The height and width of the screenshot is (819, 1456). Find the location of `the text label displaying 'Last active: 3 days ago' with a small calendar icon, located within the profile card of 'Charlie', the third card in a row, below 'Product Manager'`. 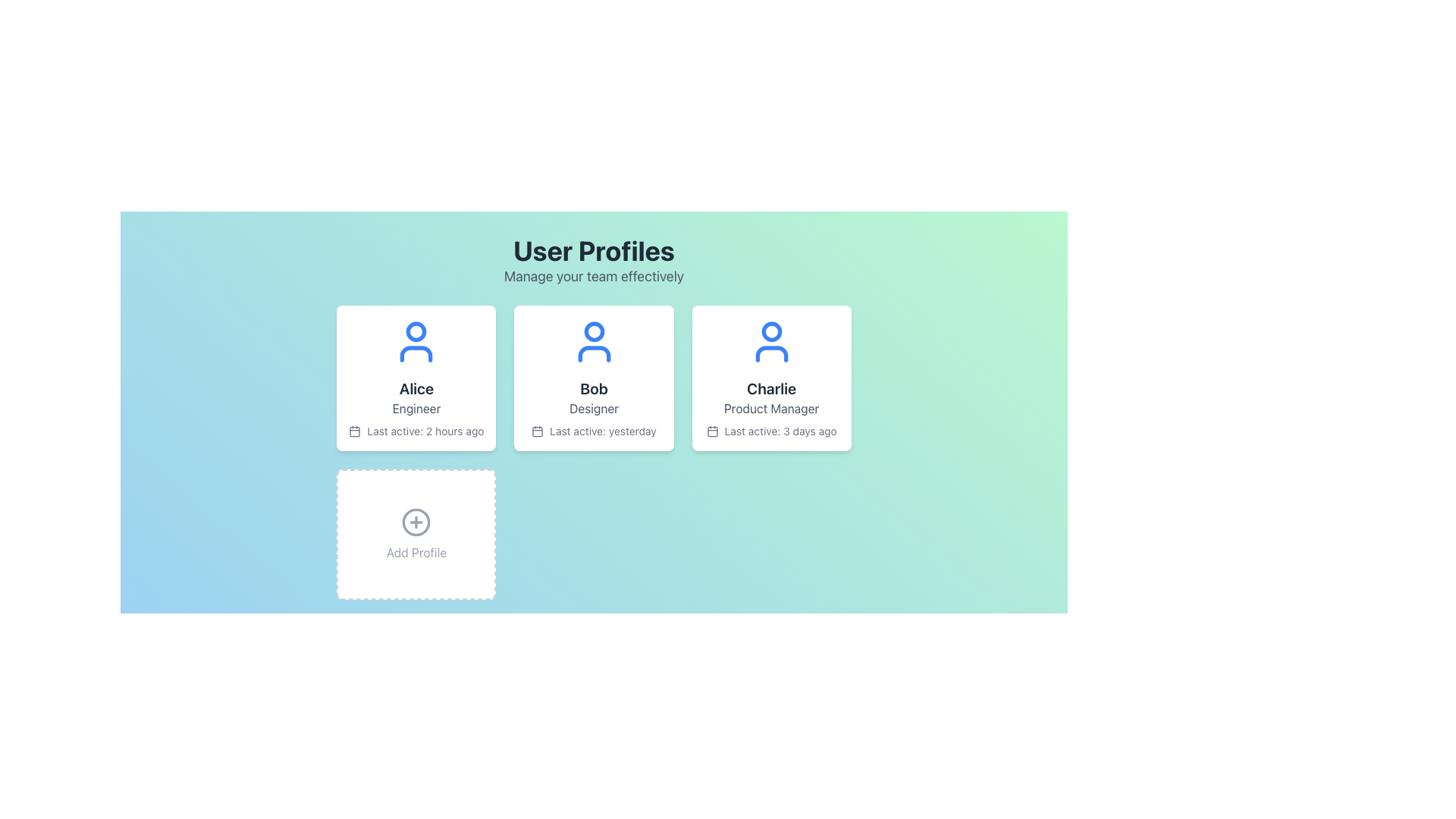

the text label displaying 'Last active: 3 days ago' with a small calendar icon, located within the profile card of 'Charlie', the third card in a row, below 'Product Manager' is located at coordinates (771, 431).